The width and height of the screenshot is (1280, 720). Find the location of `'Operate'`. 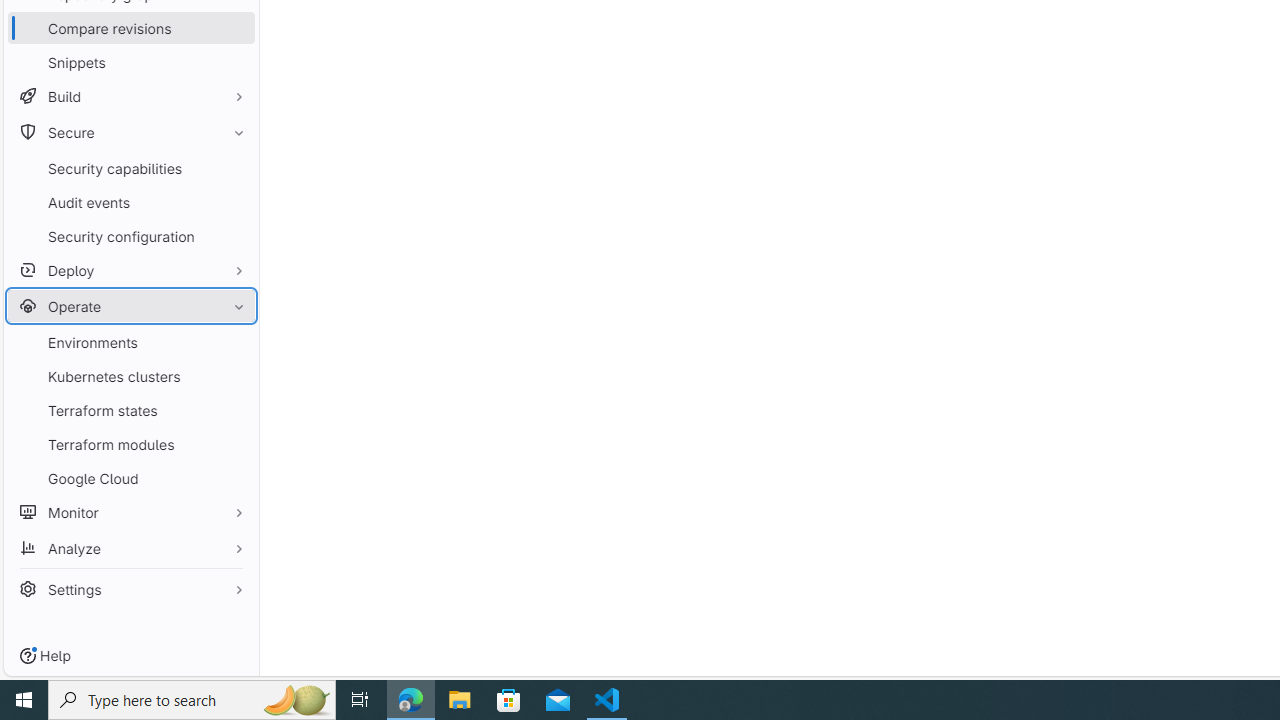

'Operate' is located at coordinates (130, 306).